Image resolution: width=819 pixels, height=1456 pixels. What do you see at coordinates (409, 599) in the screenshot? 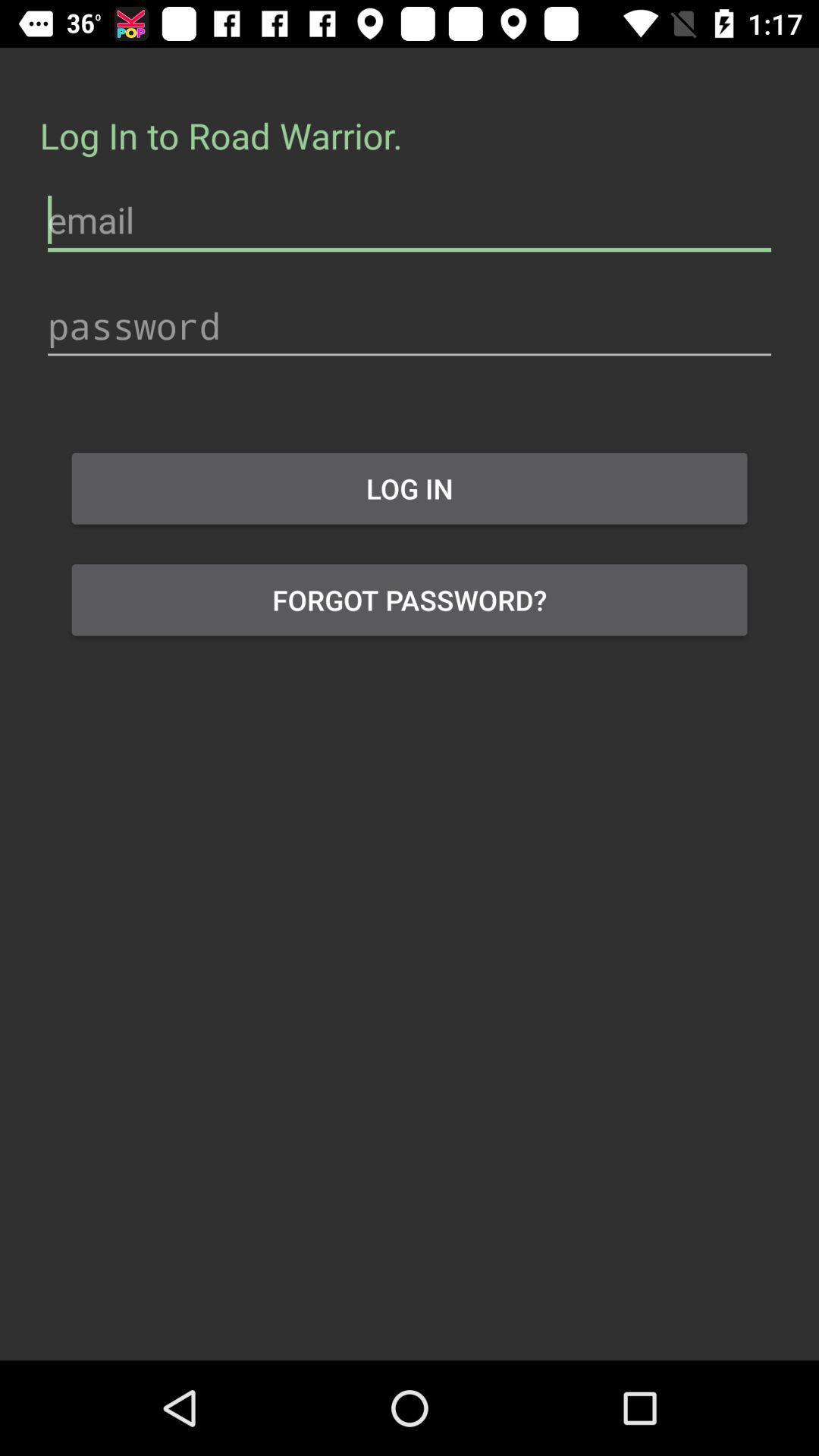
I see `item below the log in` at bounding box center [409, 599].